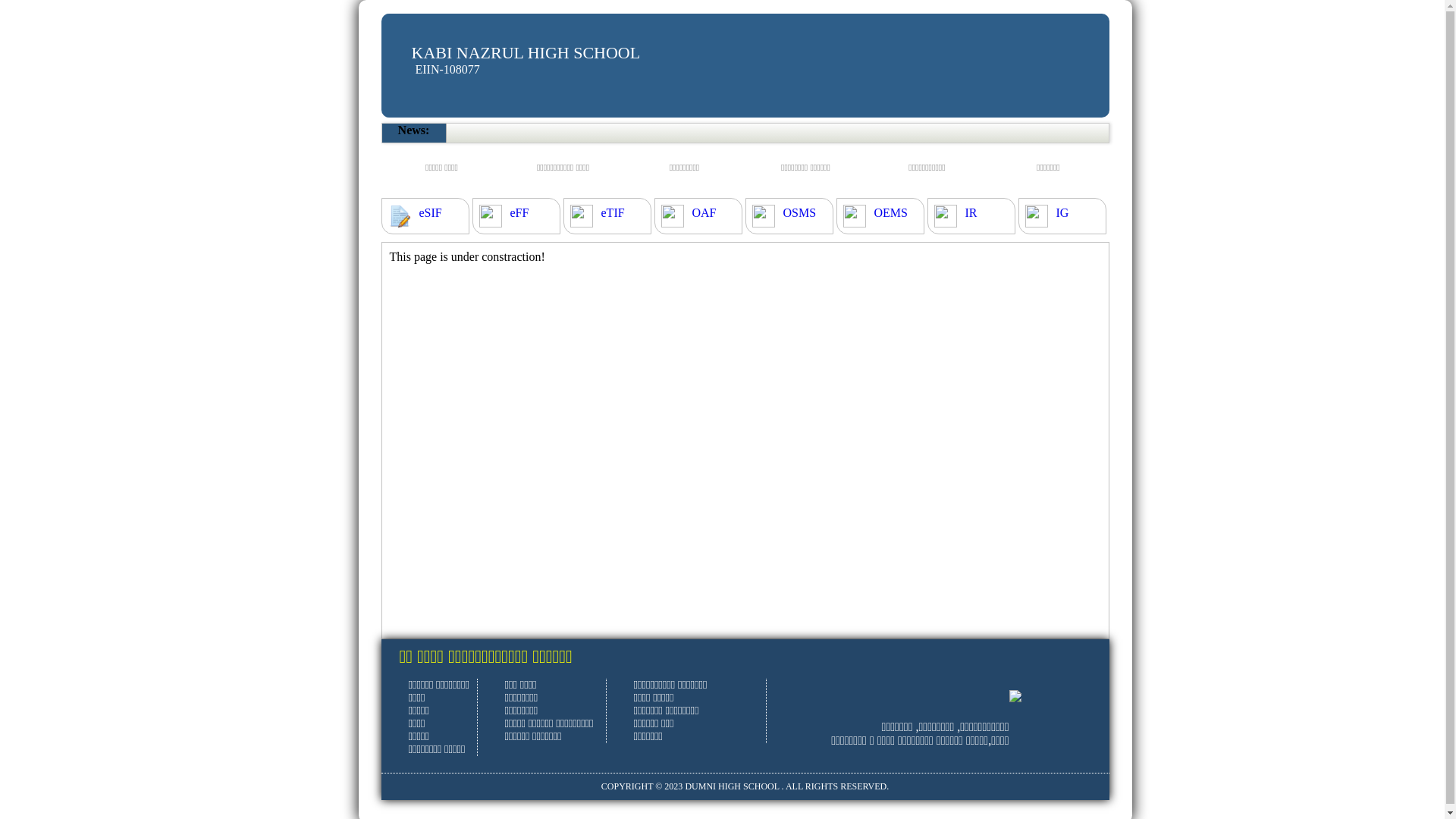  What do you see at coordinates (1061, 213) in the screenshot?
I see `'IG'` at bounding box center [1061, 213].